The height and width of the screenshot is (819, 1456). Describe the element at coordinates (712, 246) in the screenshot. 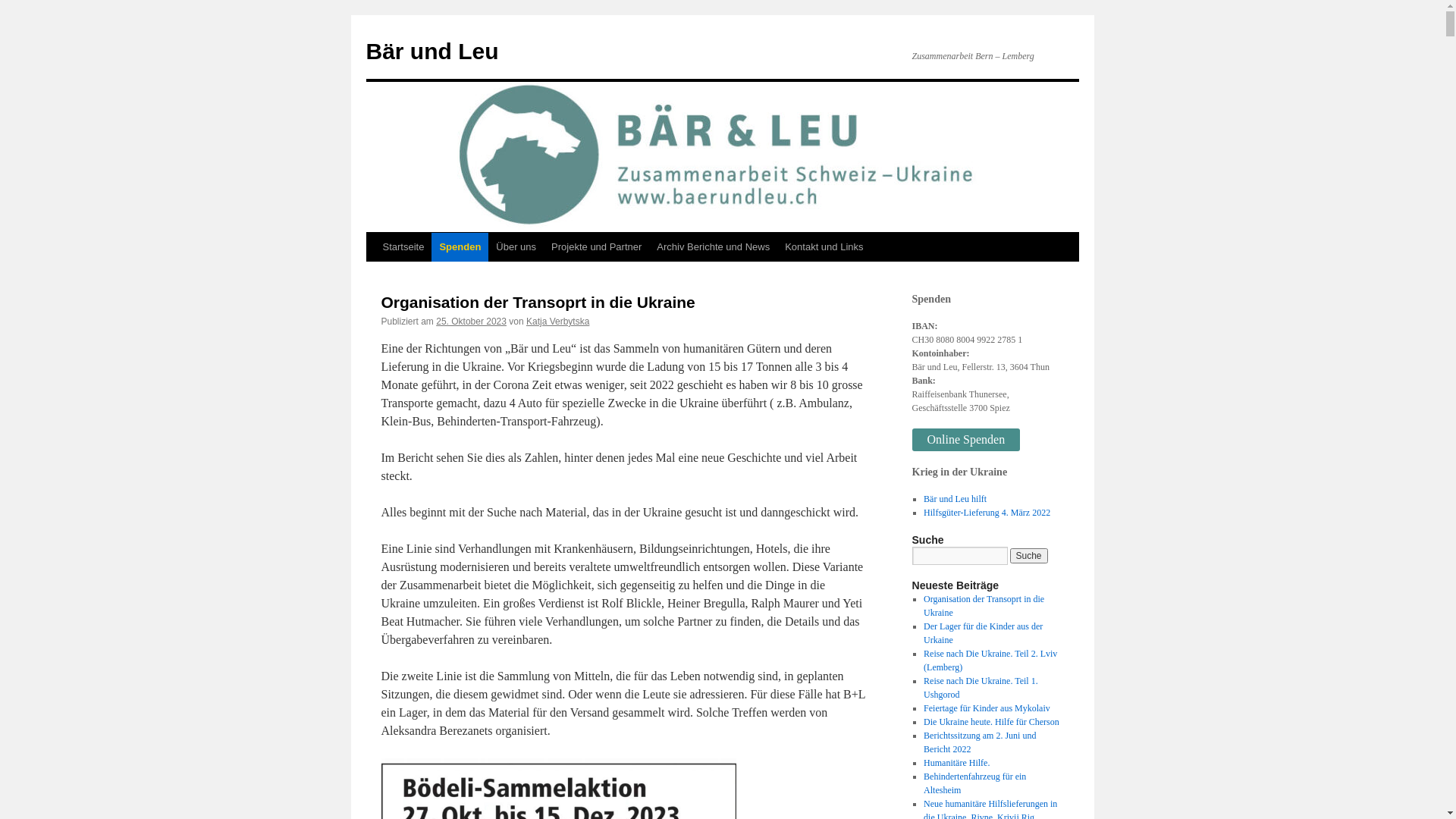

I see `'Archiv Berichte und News'` at that location.